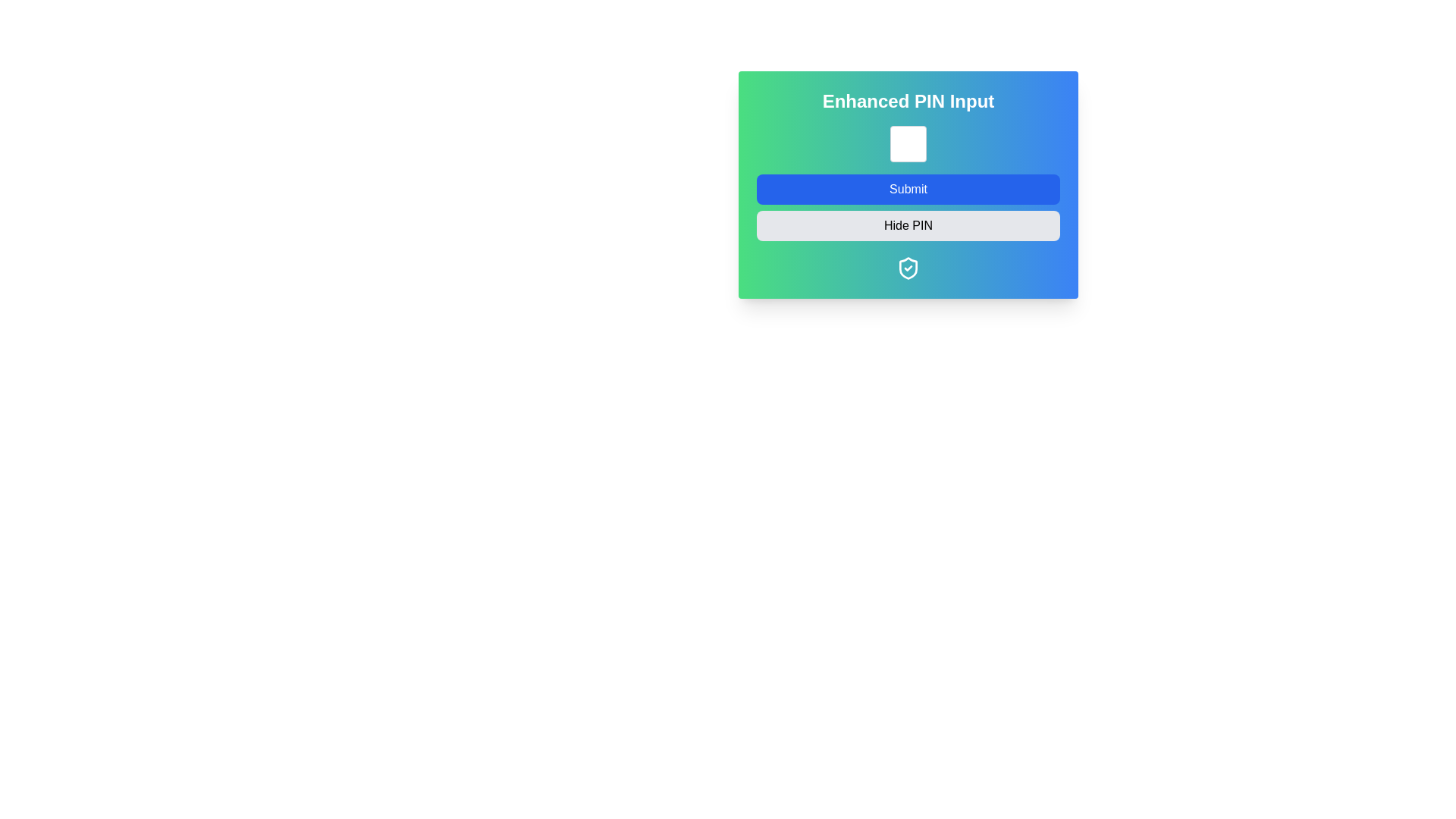 The width and height of the screenshot is (1456, 819). I want to click on the shield-shaped icon with a checkmark inside, which is styled with a white stroke and located below the 'Hide PIN' button in the card-like structure, so click(908, 268).